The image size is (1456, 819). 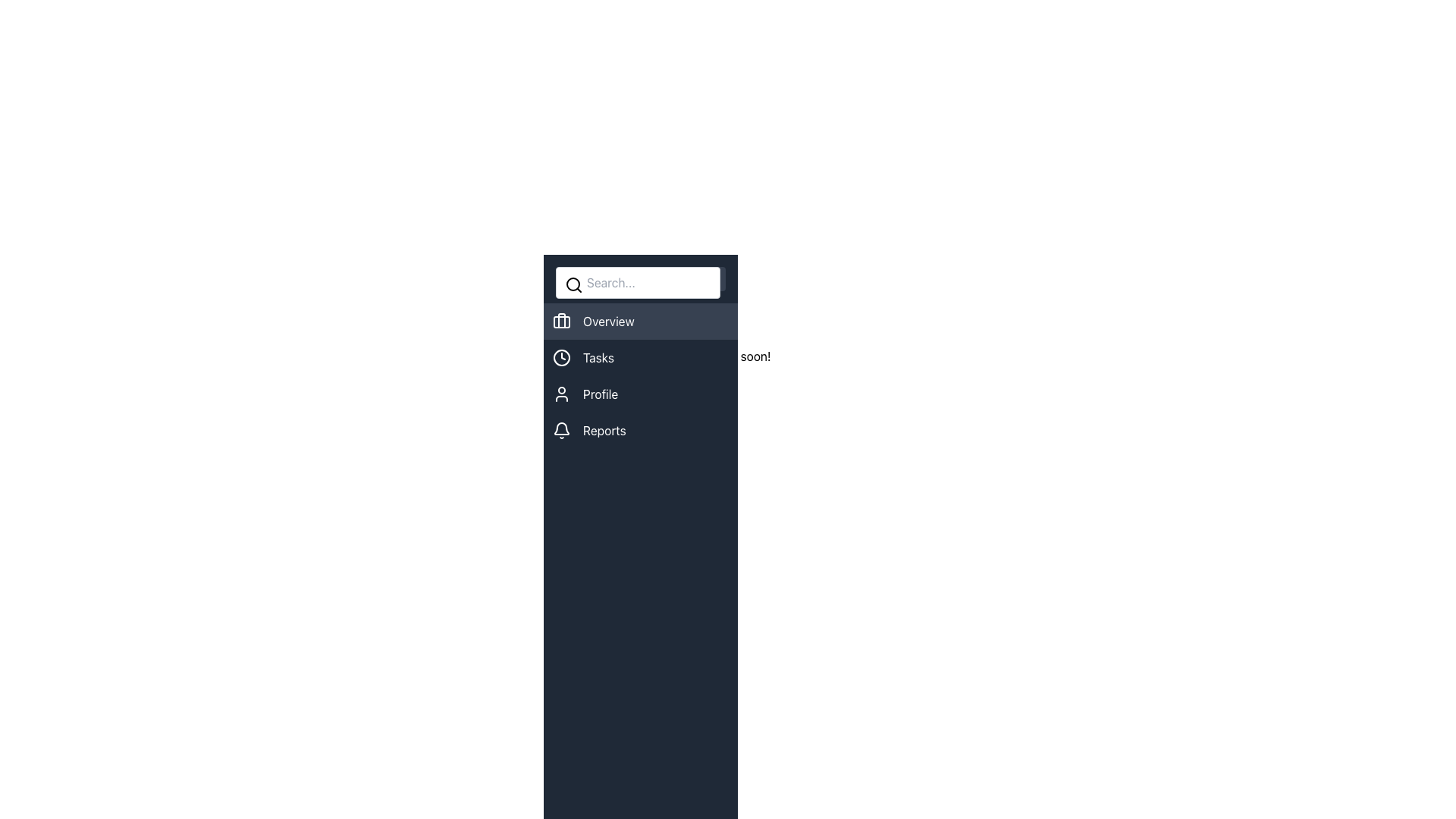 I want to click on the Menu item located in the second row of the vertical menu, which is positioned below 'Overview' and above 'Profile', so click(x=640, y=357).